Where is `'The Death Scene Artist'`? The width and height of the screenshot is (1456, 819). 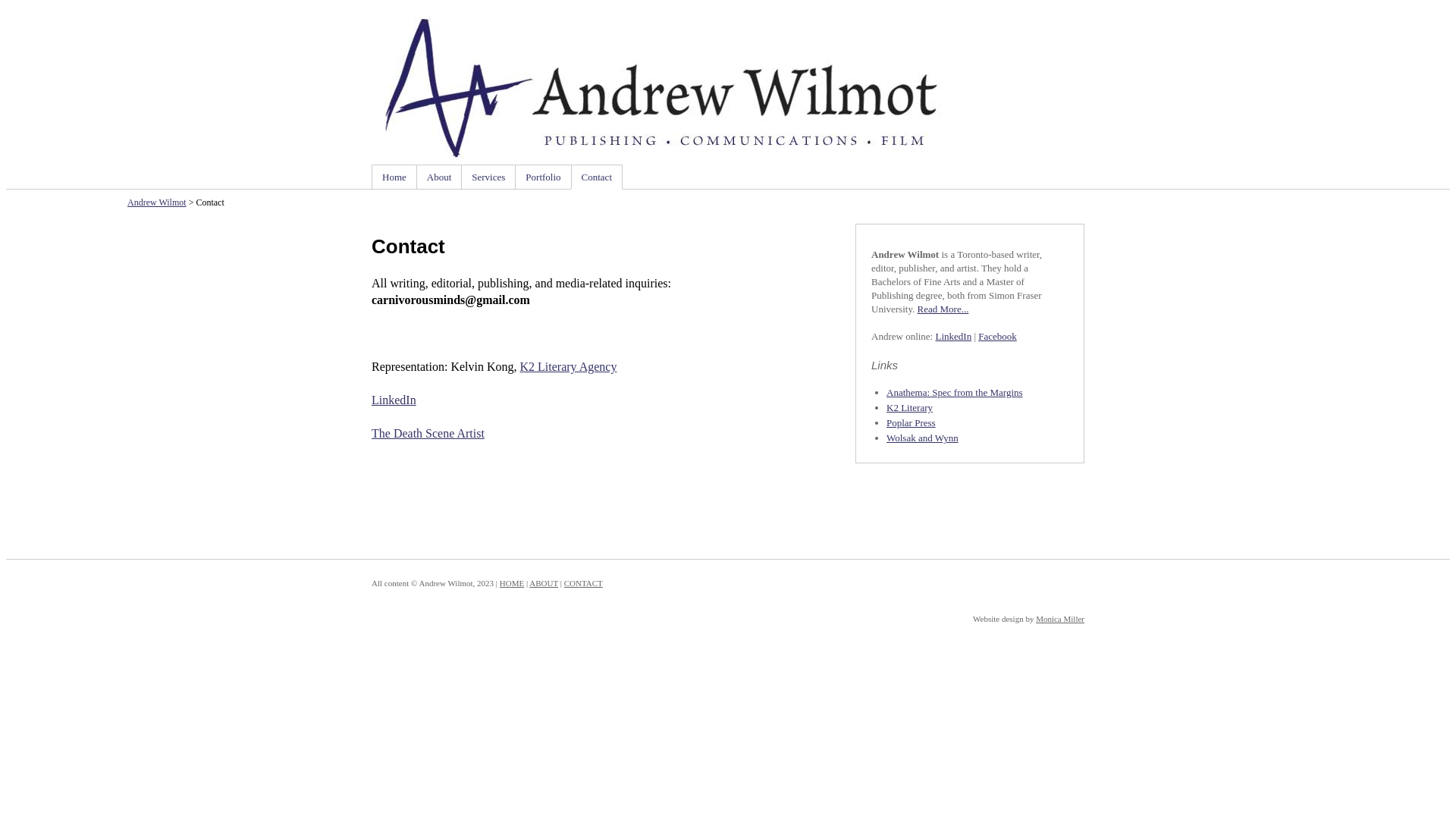 'The Death Scene Artist' is located at coordinates (371, 433).